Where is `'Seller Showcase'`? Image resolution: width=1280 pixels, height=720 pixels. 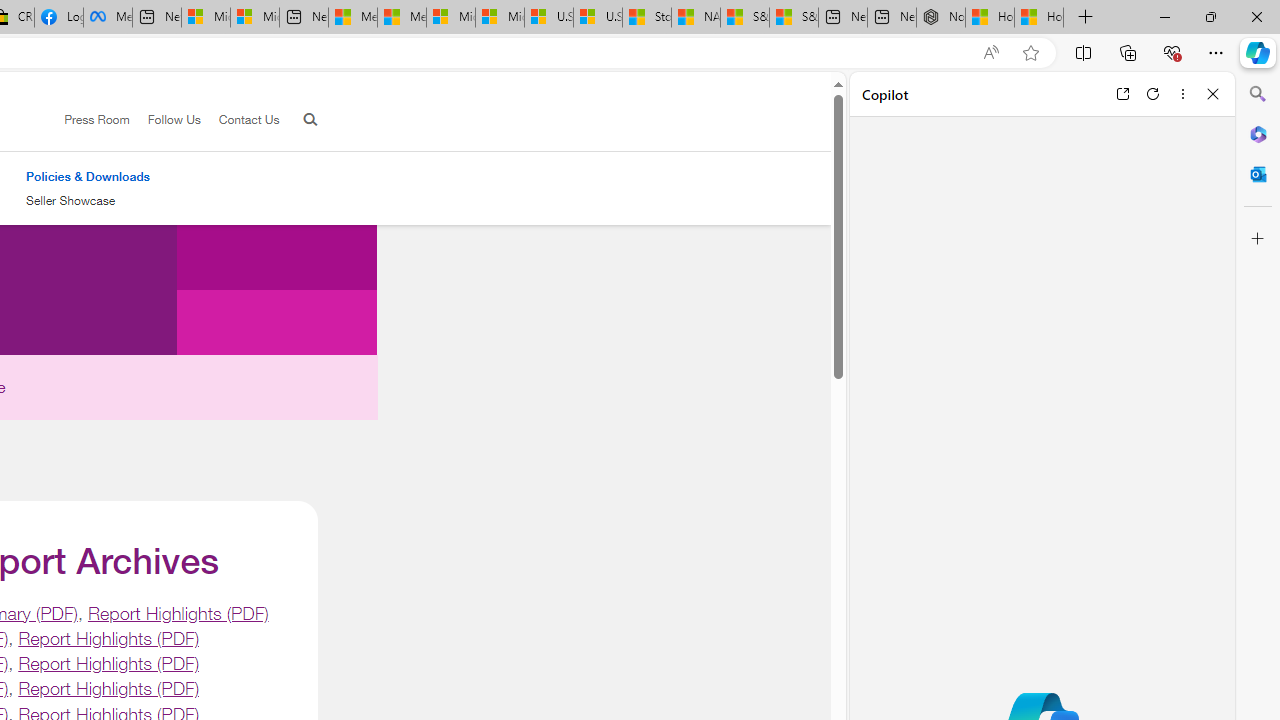
'Seller Showcase' is located at coordinates (87, 201).